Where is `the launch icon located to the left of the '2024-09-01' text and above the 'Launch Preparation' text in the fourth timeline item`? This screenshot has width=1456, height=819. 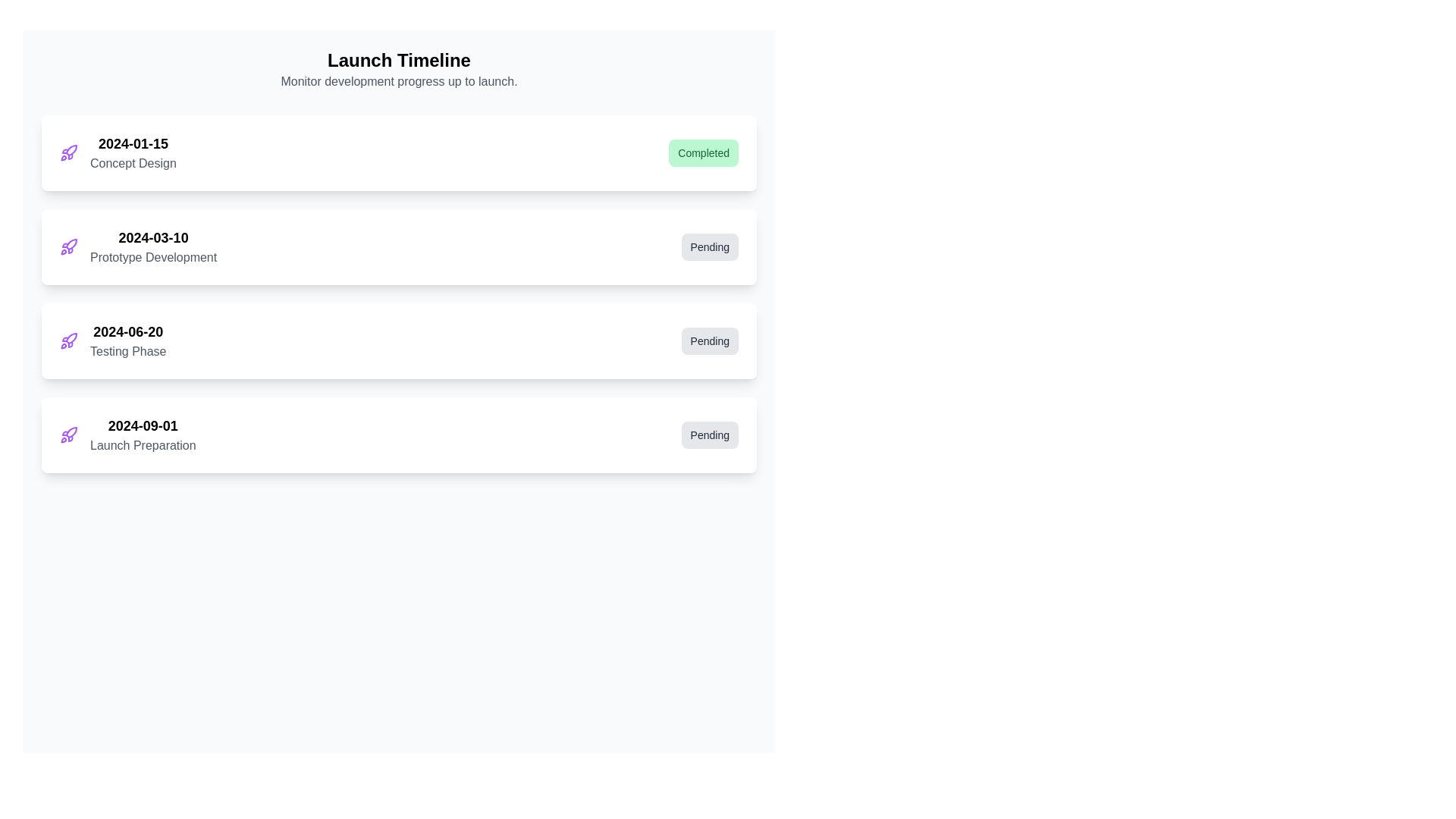
the launch icon located to the left of the '2024-09-01' text and above the 'Launch Preparation' text in the fourth timeline item is located at coordinates (68, 435).